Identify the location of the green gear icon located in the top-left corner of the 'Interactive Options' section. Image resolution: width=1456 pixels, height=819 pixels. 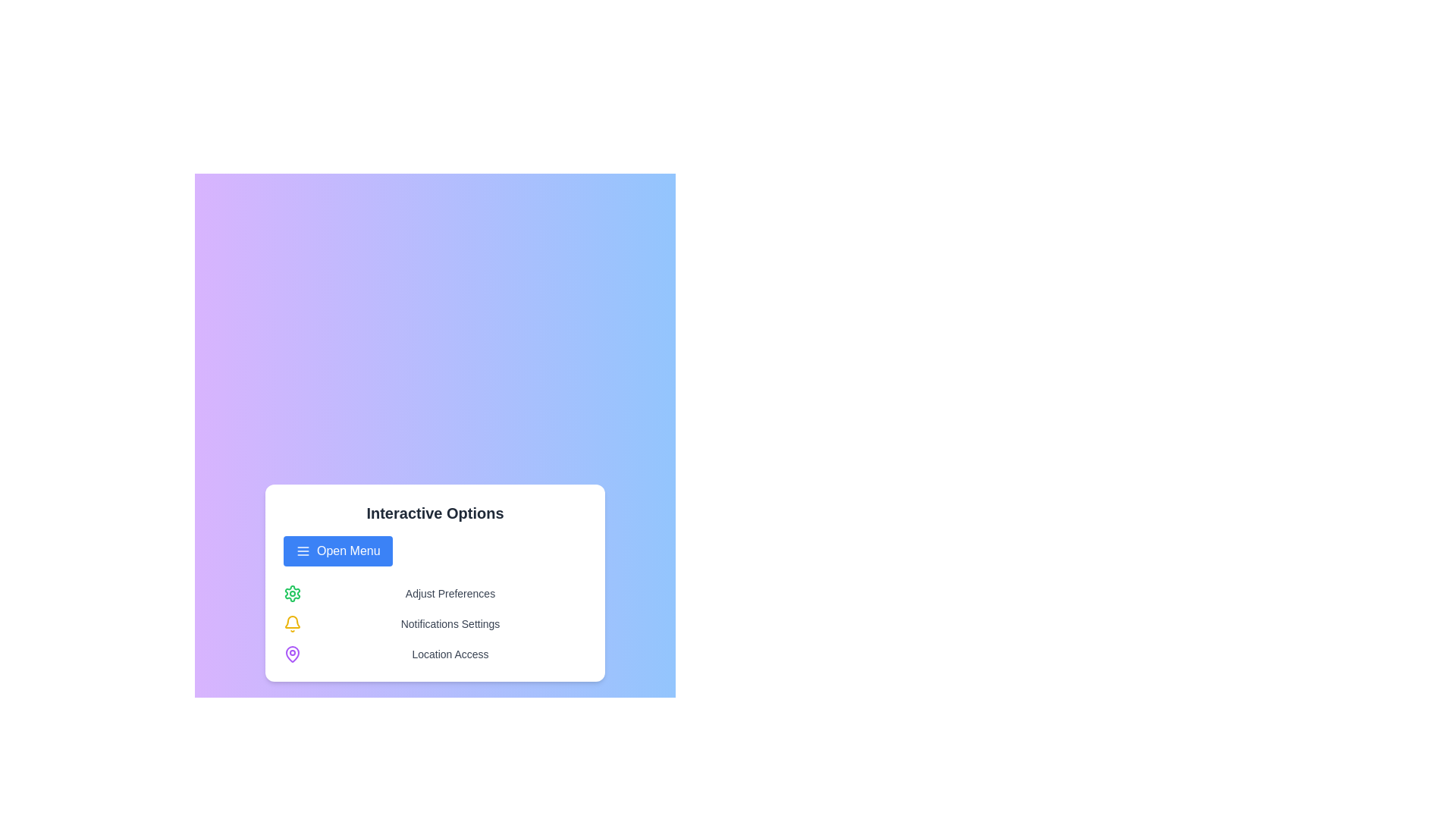
(292, 593).